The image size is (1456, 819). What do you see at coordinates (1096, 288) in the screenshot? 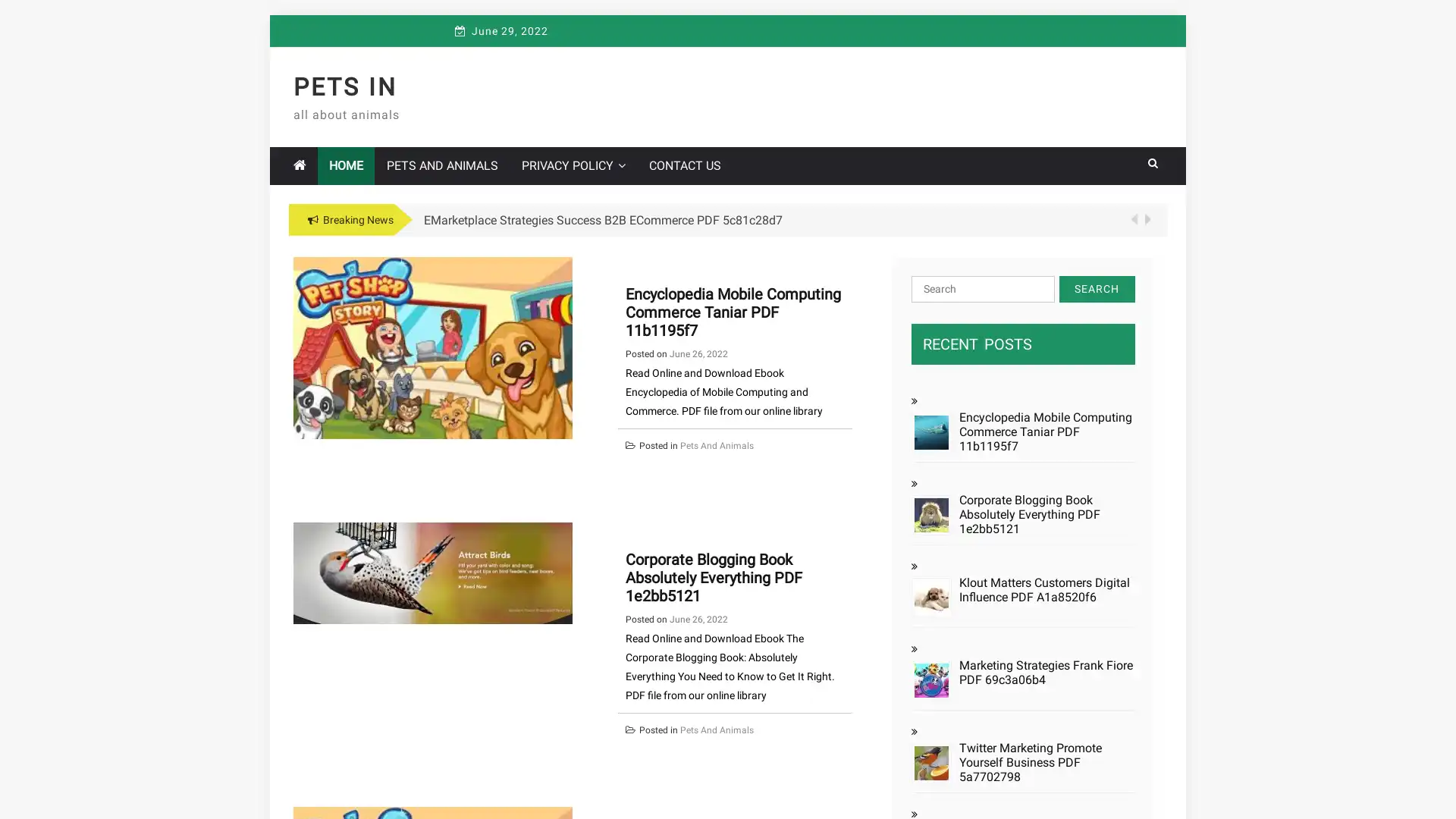
I see `Search` at bounding box center [1096, 288].